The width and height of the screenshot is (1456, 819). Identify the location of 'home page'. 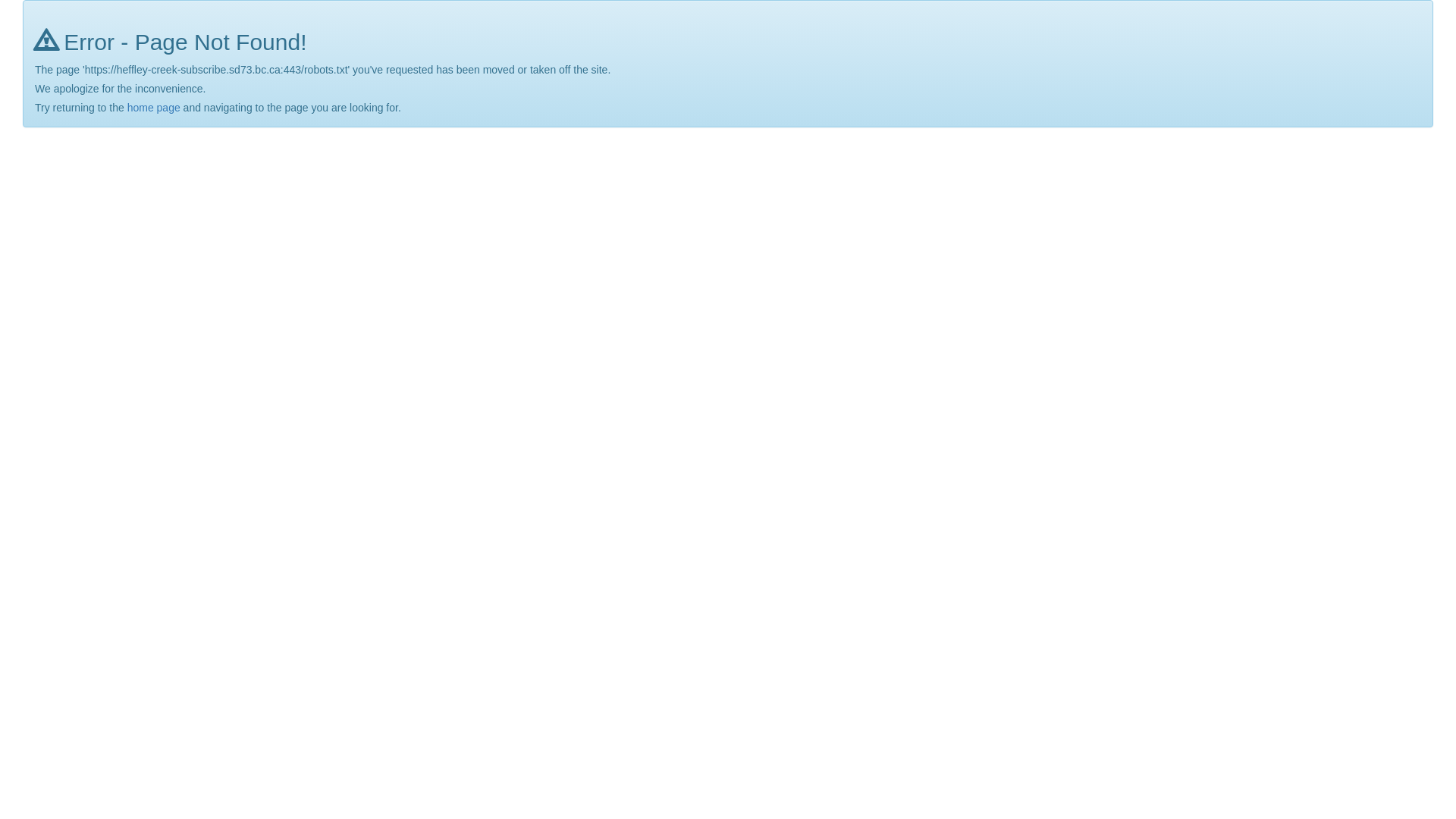
(127, 107).